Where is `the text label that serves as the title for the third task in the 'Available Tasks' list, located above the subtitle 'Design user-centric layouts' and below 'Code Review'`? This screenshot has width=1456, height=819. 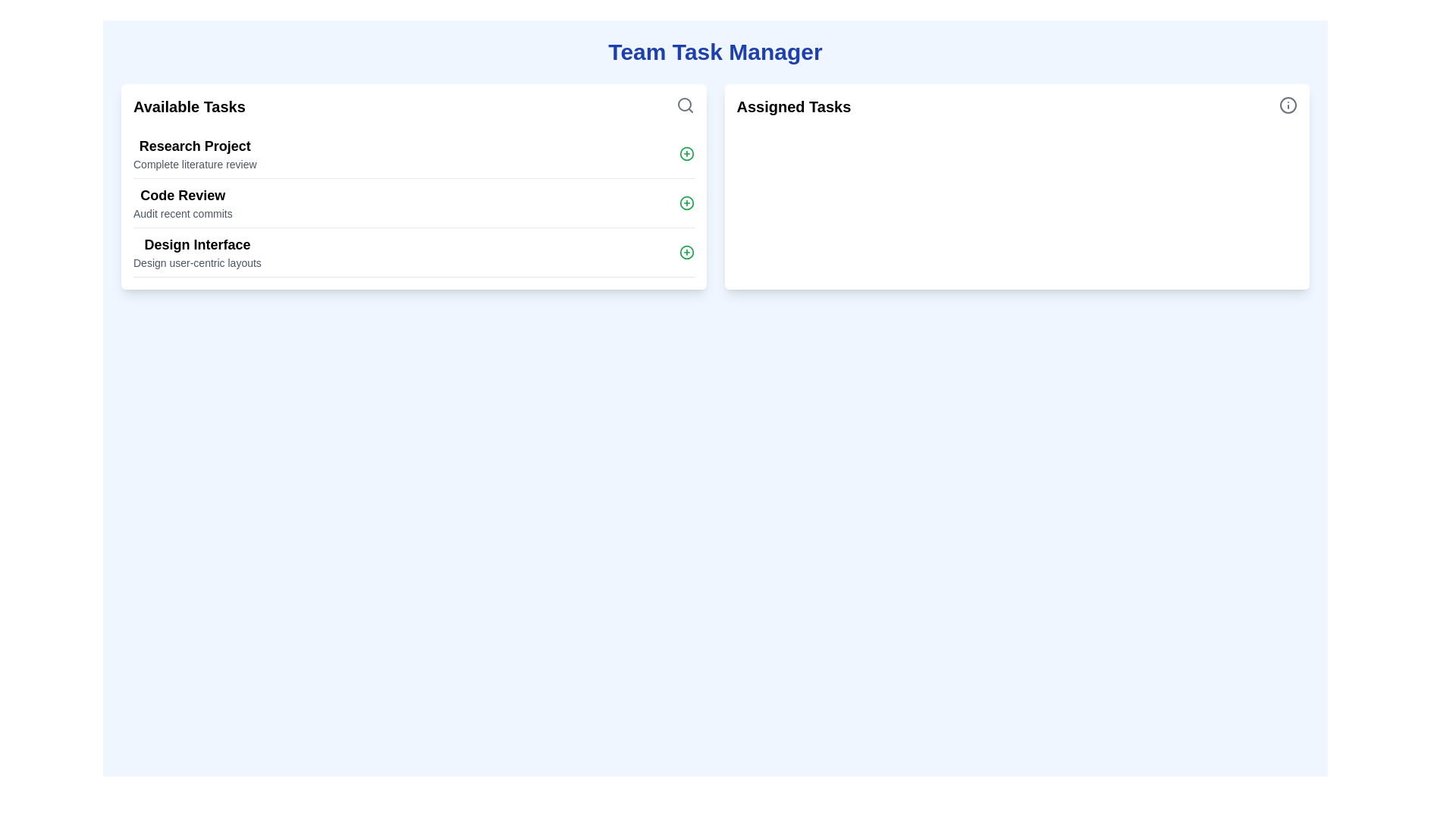
the text label that serves as the title for the third task in the 'Available Tasks' list, located above the subtitle 'Design user-centric layouts' and below 'Code Review' is located at coordinates (196, 244).